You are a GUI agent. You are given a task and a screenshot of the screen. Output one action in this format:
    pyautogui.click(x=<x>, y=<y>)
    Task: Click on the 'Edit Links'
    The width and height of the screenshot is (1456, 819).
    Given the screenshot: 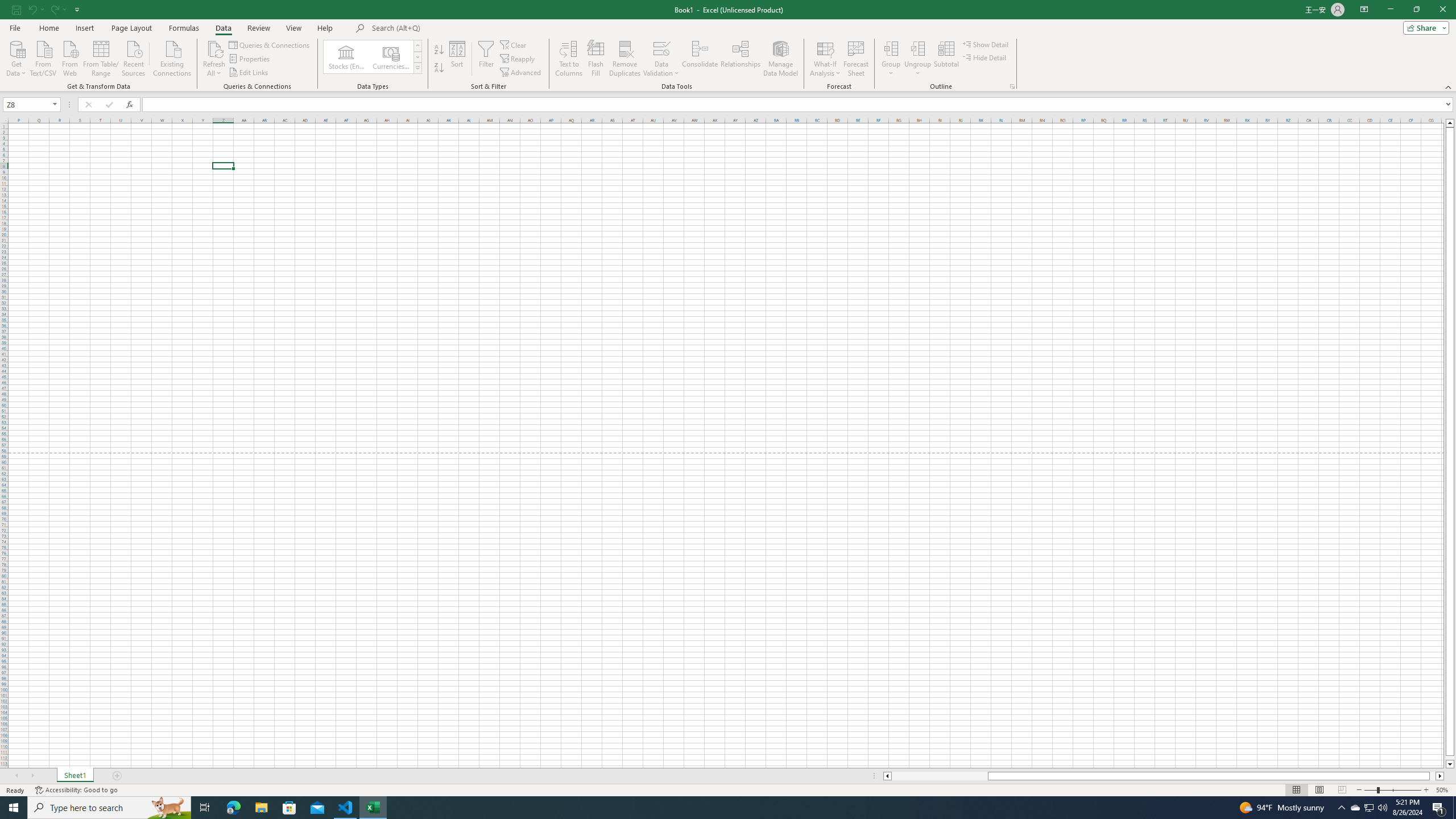 What is the action you would take?
    pyautogui.click(x=250, y=72)
    